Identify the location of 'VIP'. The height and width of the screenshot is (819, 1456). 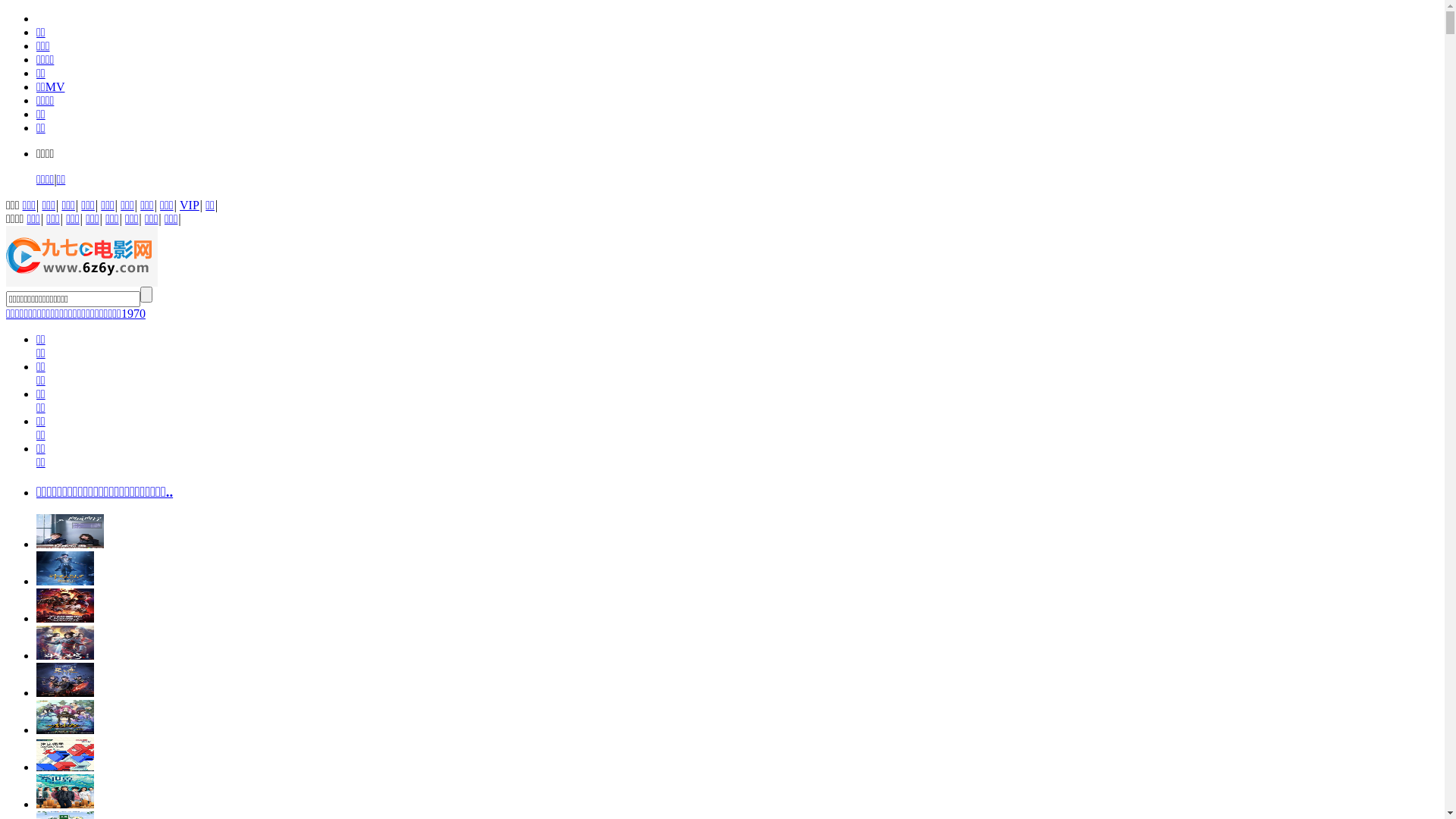
(188, 205).